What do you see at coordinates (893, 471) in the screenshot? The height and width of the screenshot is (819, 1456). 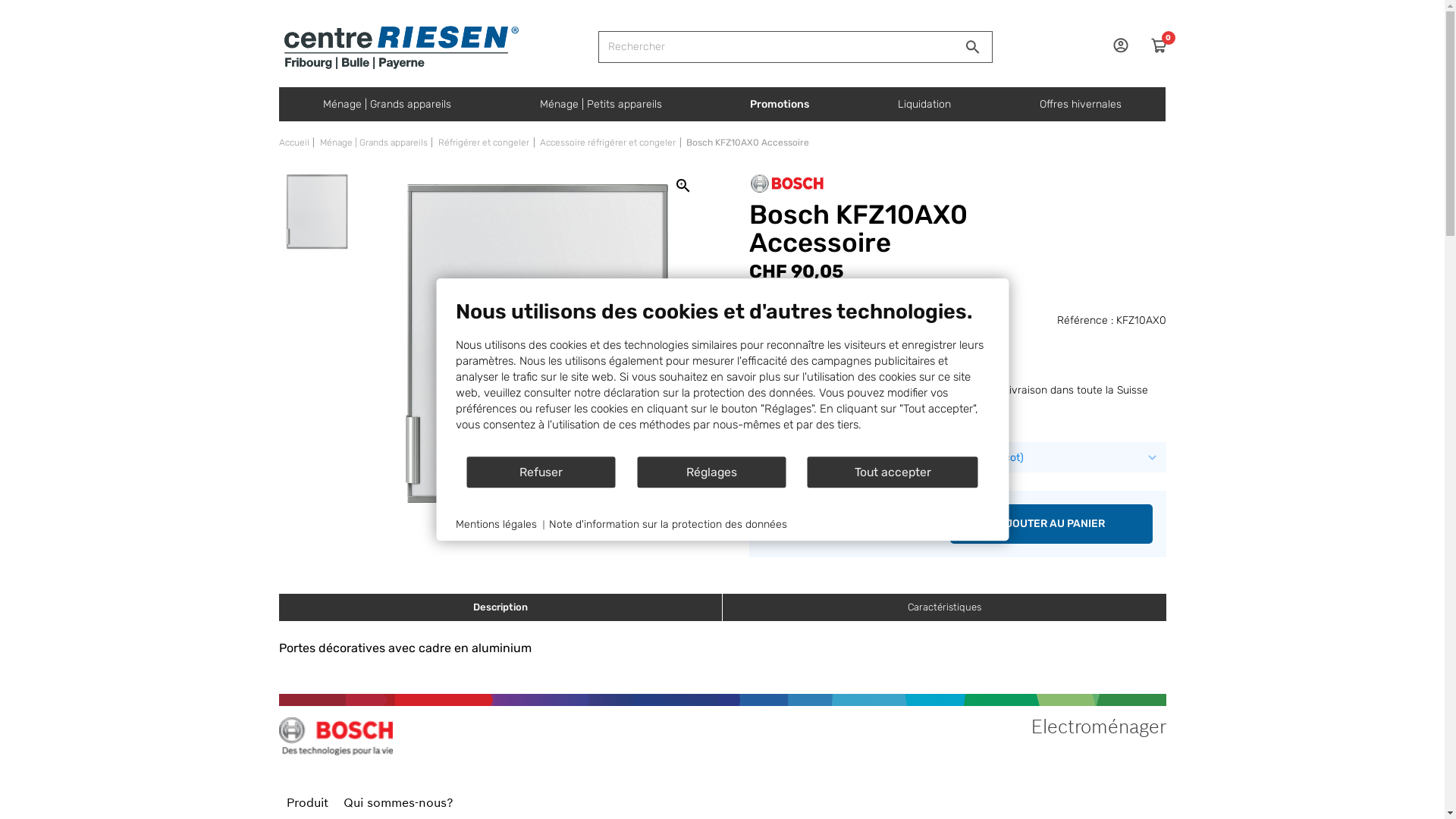 I see `'Tout accepter'` at bounding box center [893, 471].